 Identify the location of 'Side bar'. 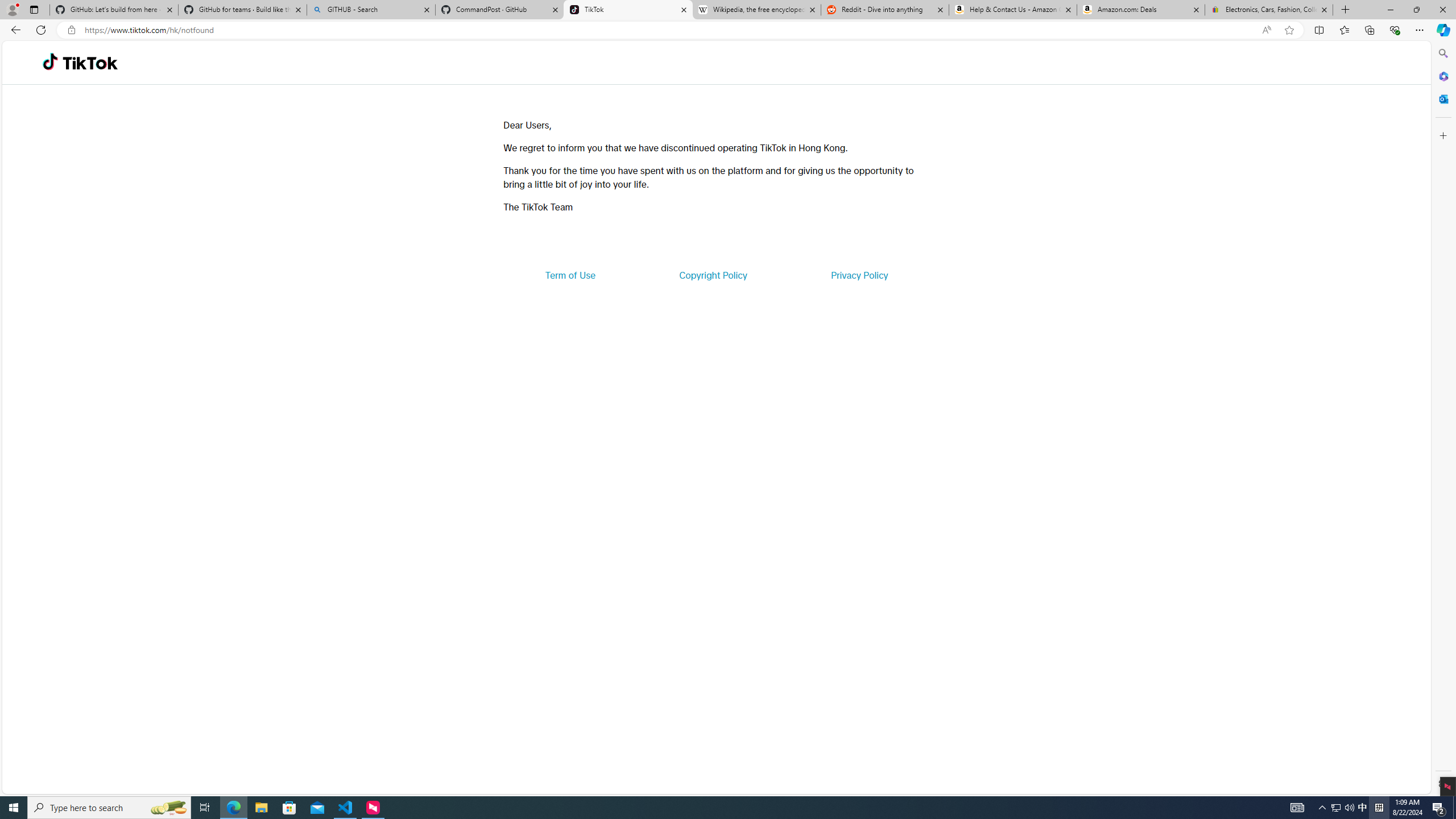
(1443, 418).